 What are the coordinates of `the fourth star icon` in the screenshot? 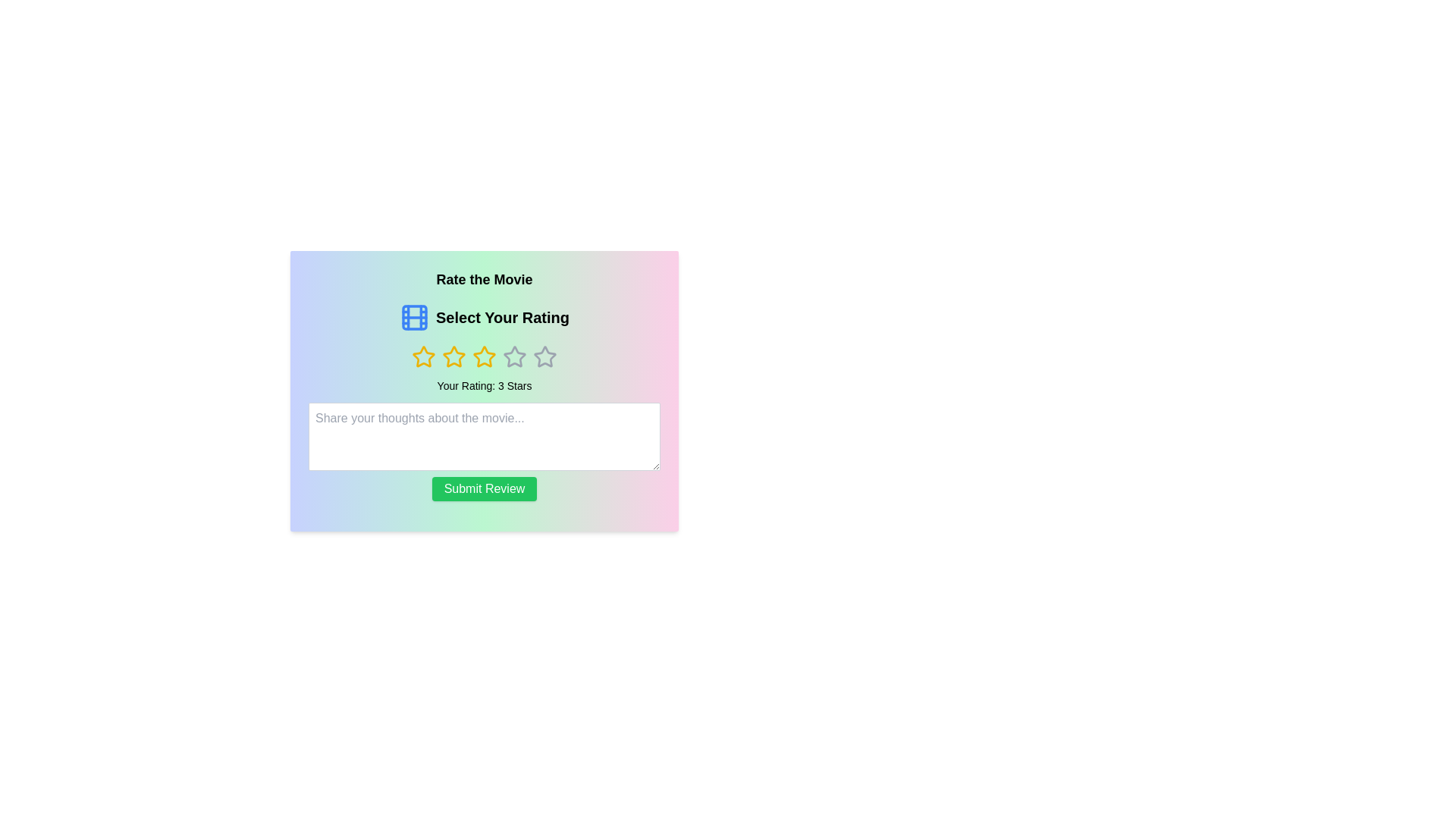 It's located at (514, 356).